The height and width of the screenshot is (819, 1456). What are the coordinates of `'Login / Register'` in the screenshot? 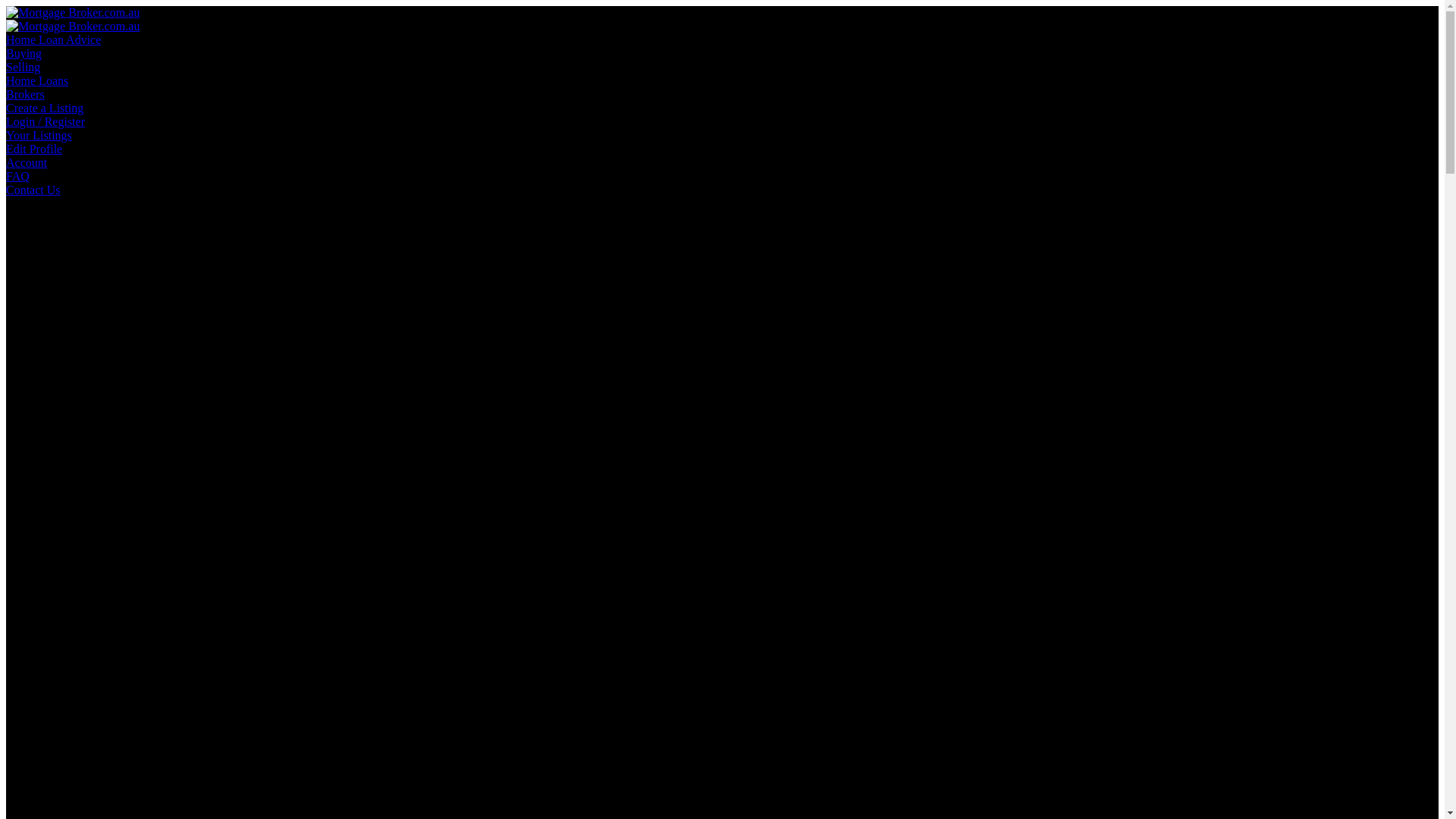 It's located at (45, 121).